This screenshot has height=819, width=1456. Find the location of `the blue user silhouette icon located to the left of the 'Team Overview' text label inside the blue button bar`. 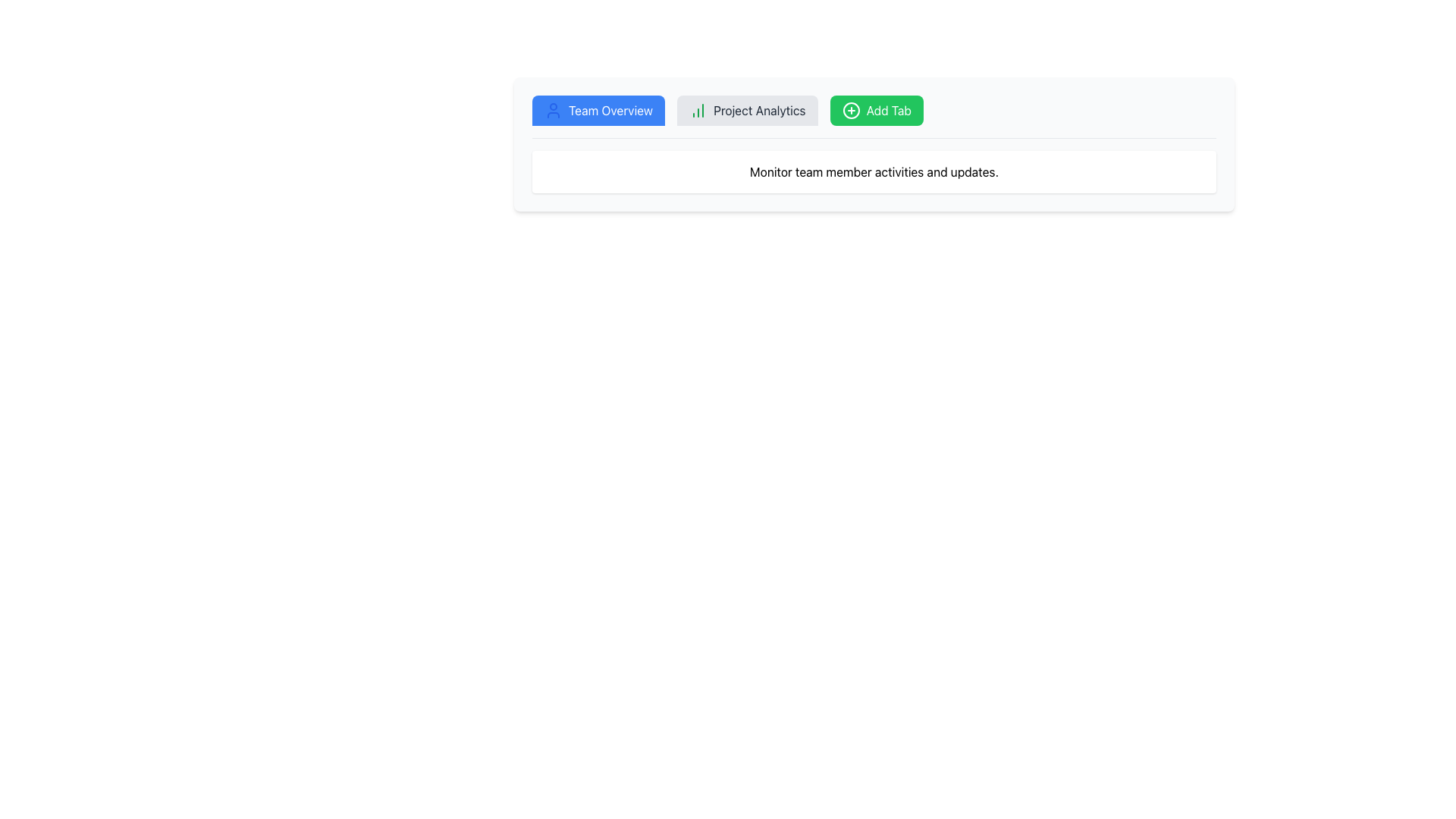

the blue user silhouette icon located to the left of the 'Team Overview' text label inside the blue button bar is located at coordinates (552, 110).